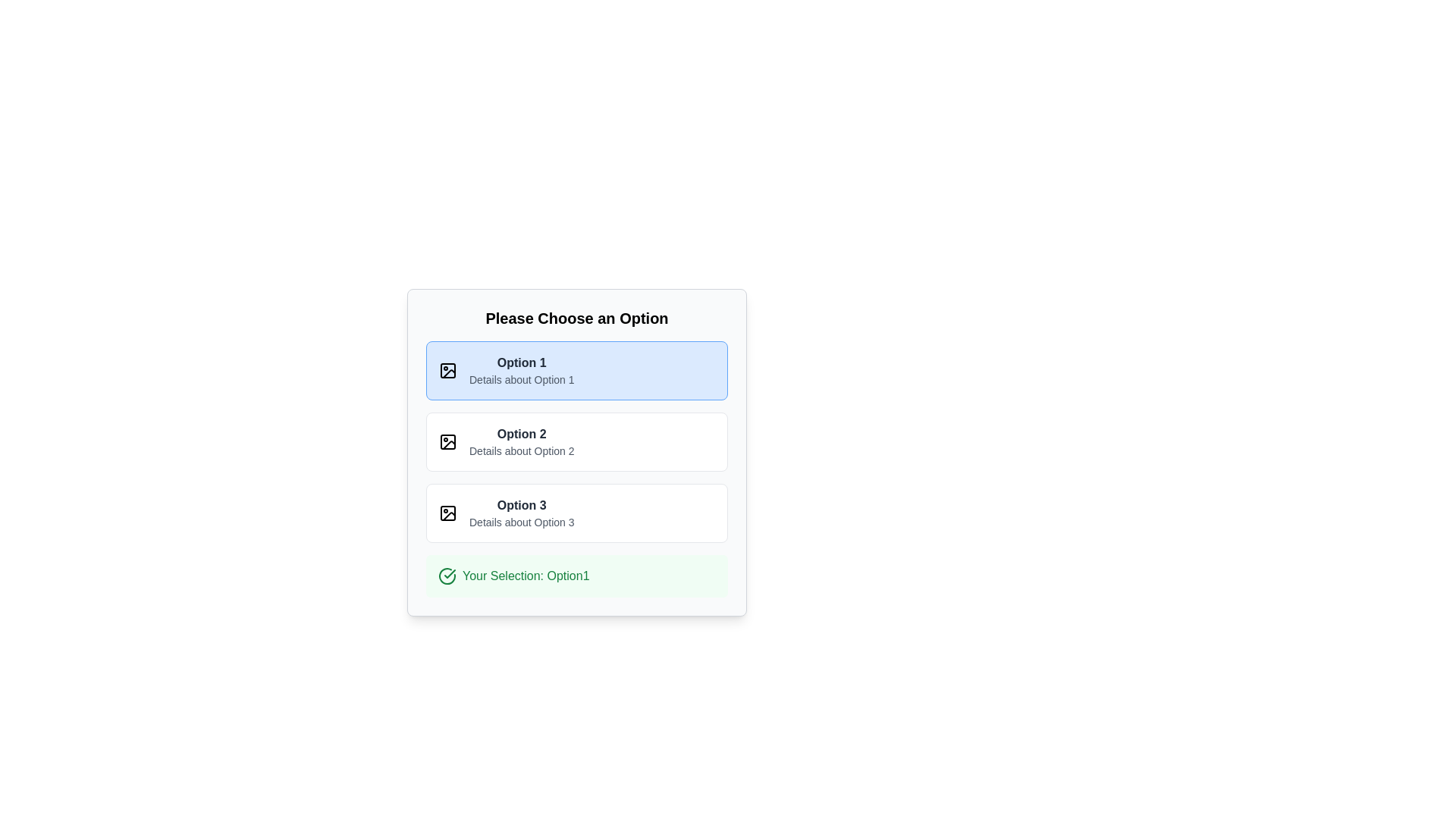 This screenshot has width=1456, height=819. I want to click on the 'Option 2' button located between 'Option 1' and 'Option 3' in the vertical list of interactive options, so click(576, 452).